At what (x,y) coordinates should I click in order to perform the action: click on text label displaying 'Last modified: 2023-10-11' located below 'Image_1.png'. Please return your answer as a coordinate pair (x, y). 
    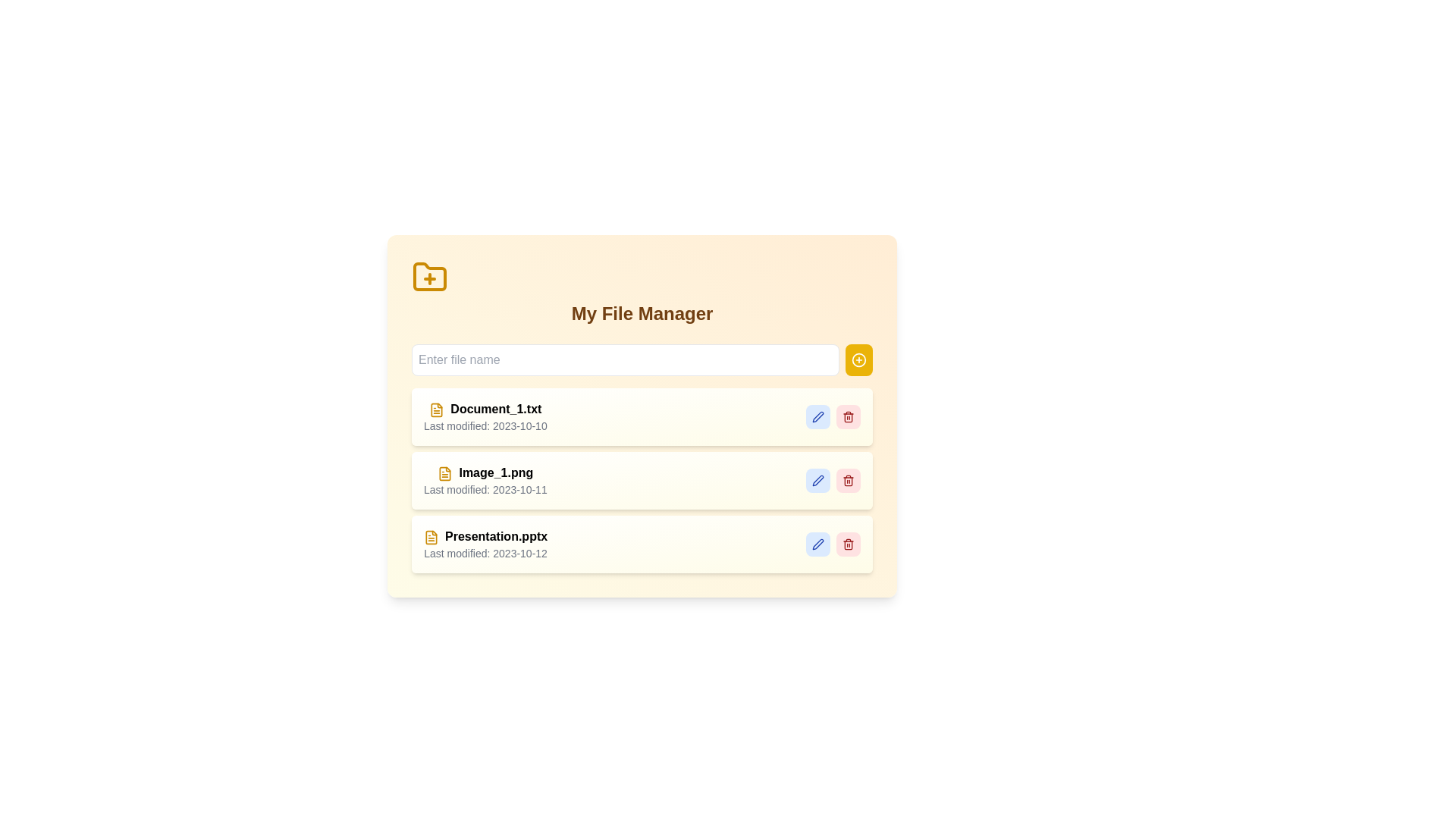
    Looking at the image, I should click on (485, 489).